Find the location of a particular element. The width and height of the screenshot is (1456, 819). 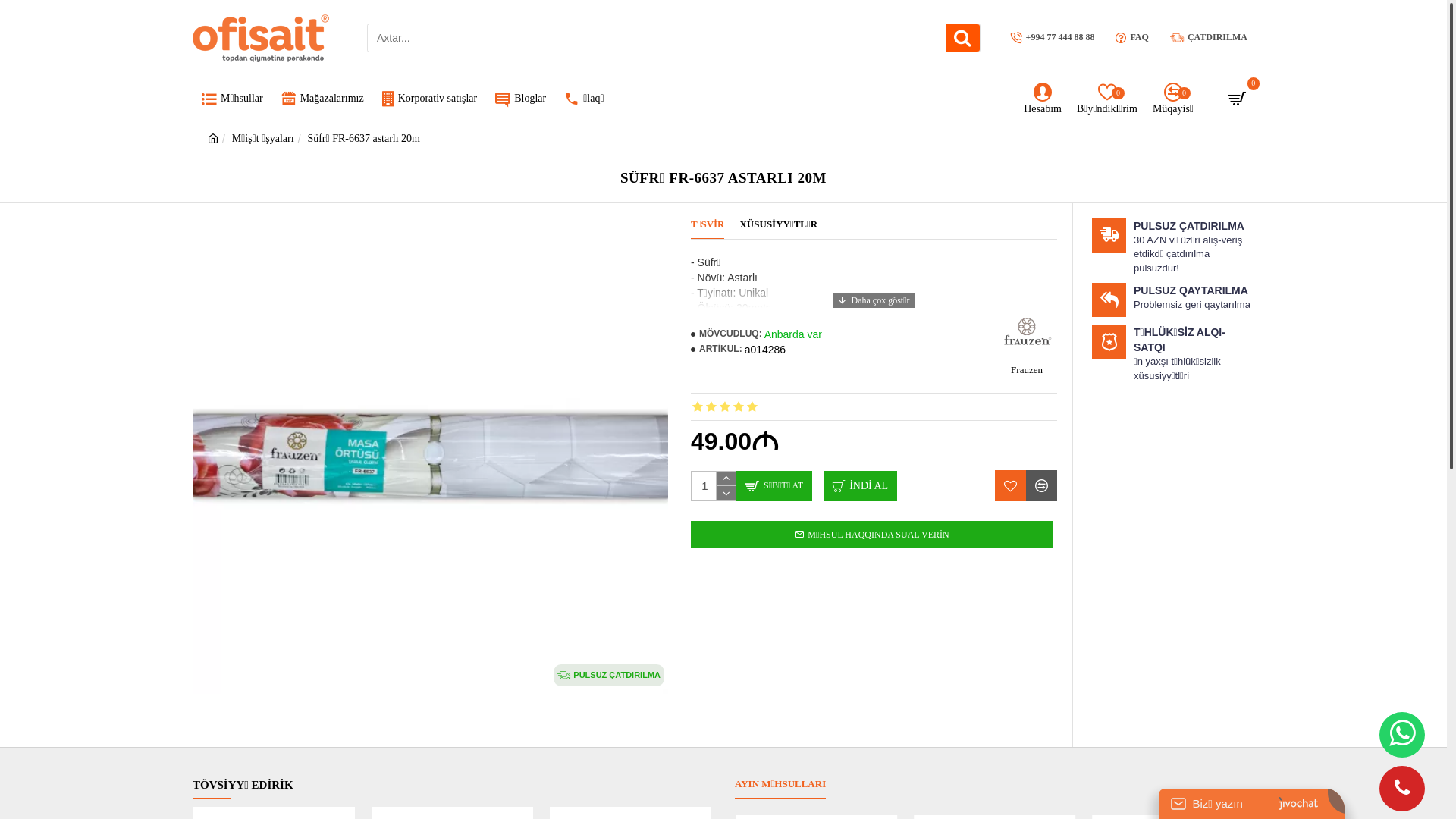

'+994 77 444 88 88' is located at coordinates (1003, 36).